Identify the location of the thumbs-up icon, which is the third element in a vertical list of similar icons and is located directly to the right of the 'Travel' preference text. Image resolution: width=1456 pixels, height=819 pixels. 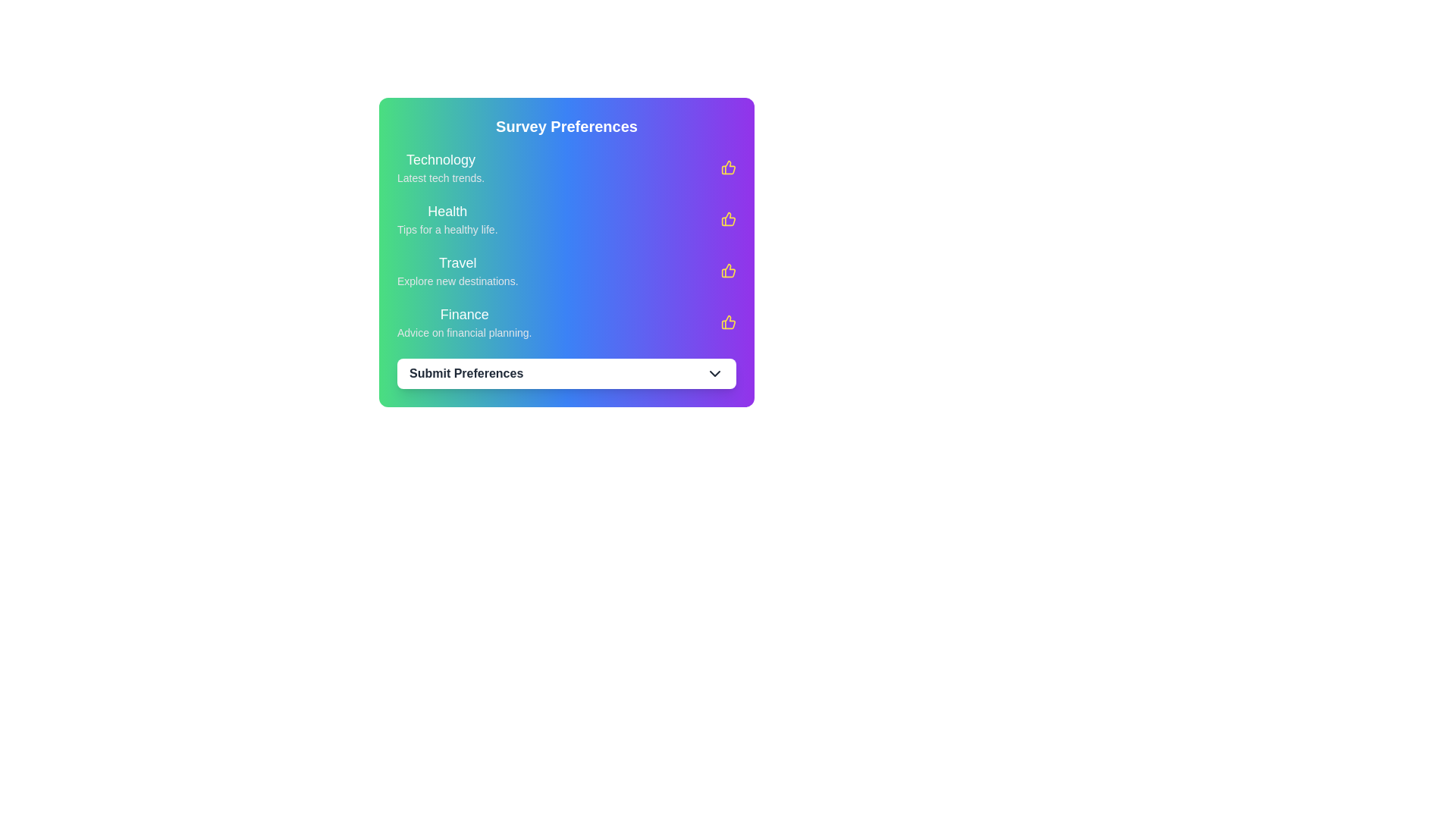
(716, 270).